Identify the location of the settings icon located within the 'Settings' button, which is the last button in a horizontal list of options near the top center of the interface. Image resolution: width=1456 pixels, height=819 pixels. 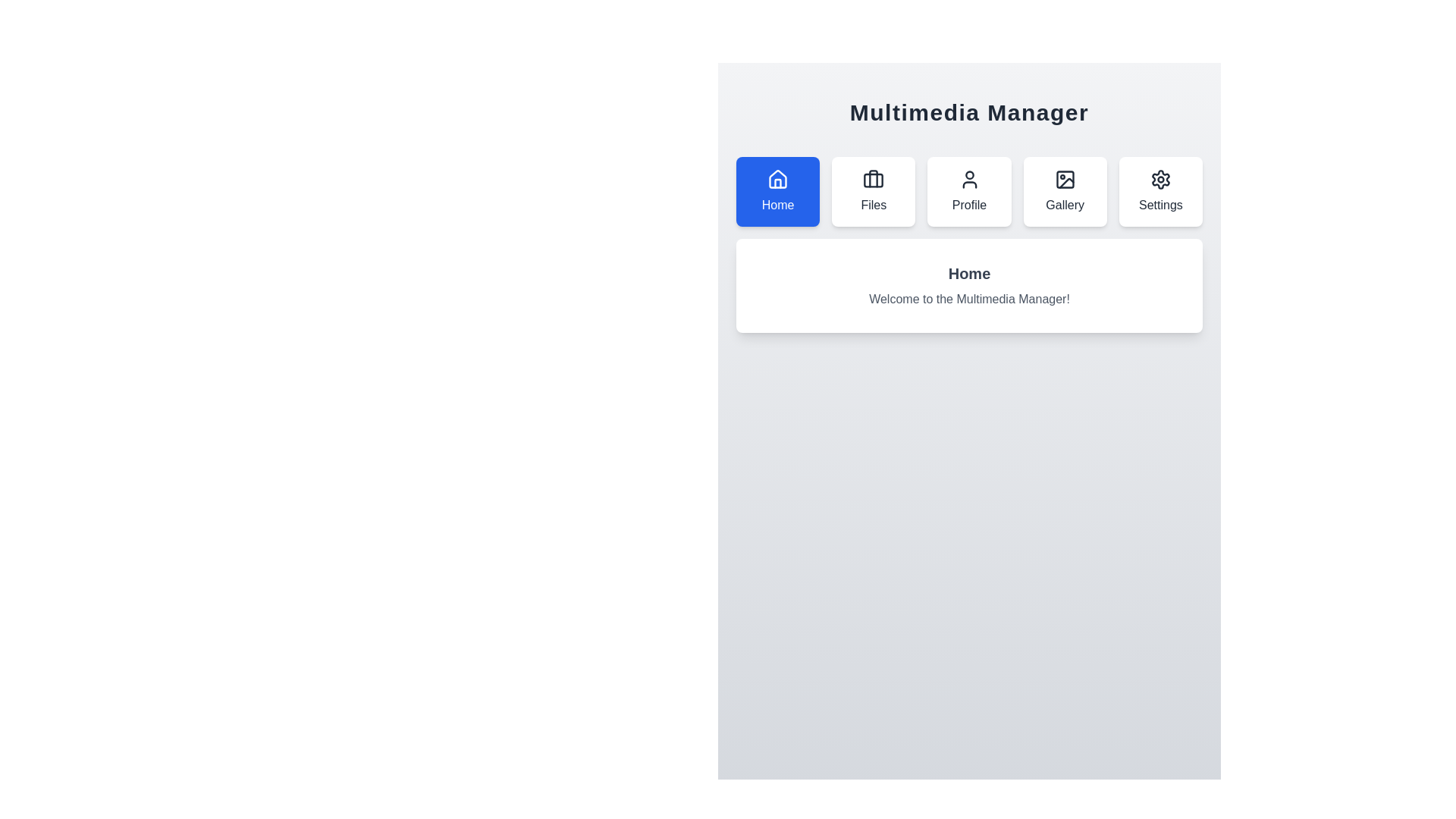
(1159, 178).